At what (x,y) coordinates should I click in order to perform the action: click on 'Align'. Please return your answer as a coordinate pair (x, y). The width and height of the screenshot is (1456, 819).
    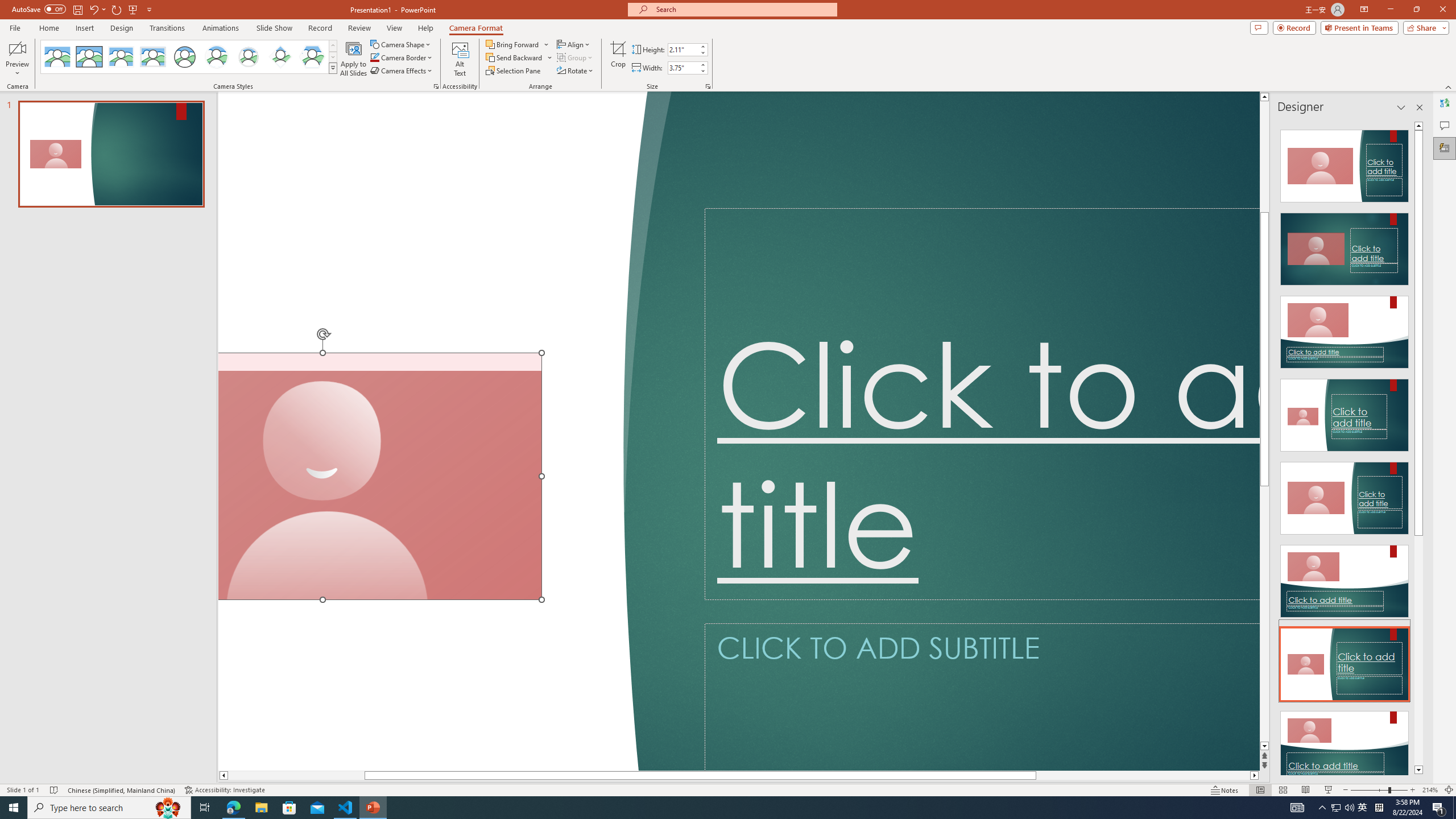
    Looking at the image, I should click on (573, 44).